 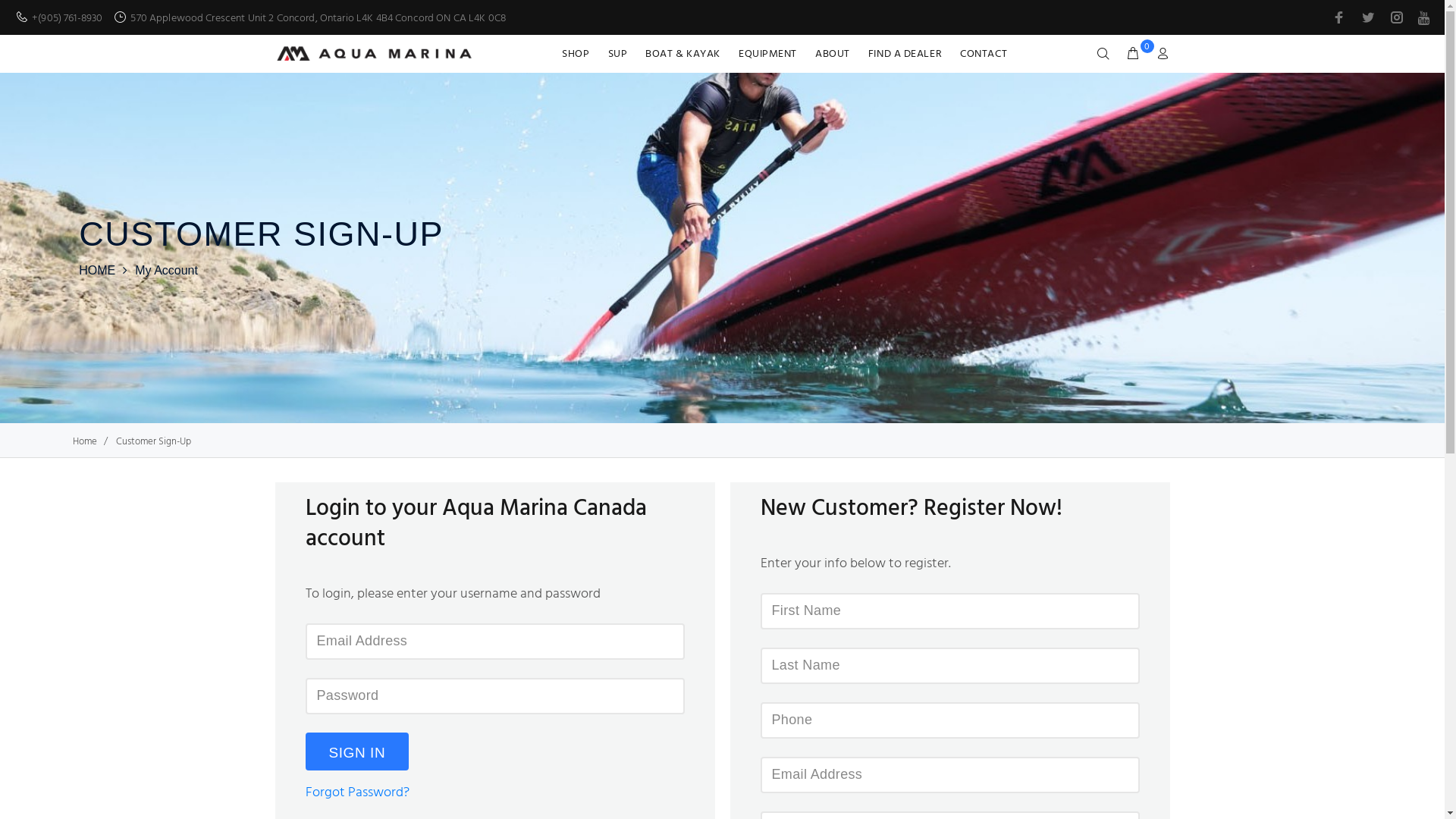 I want to click on 'ABOUT', so click(x=832, y=52).